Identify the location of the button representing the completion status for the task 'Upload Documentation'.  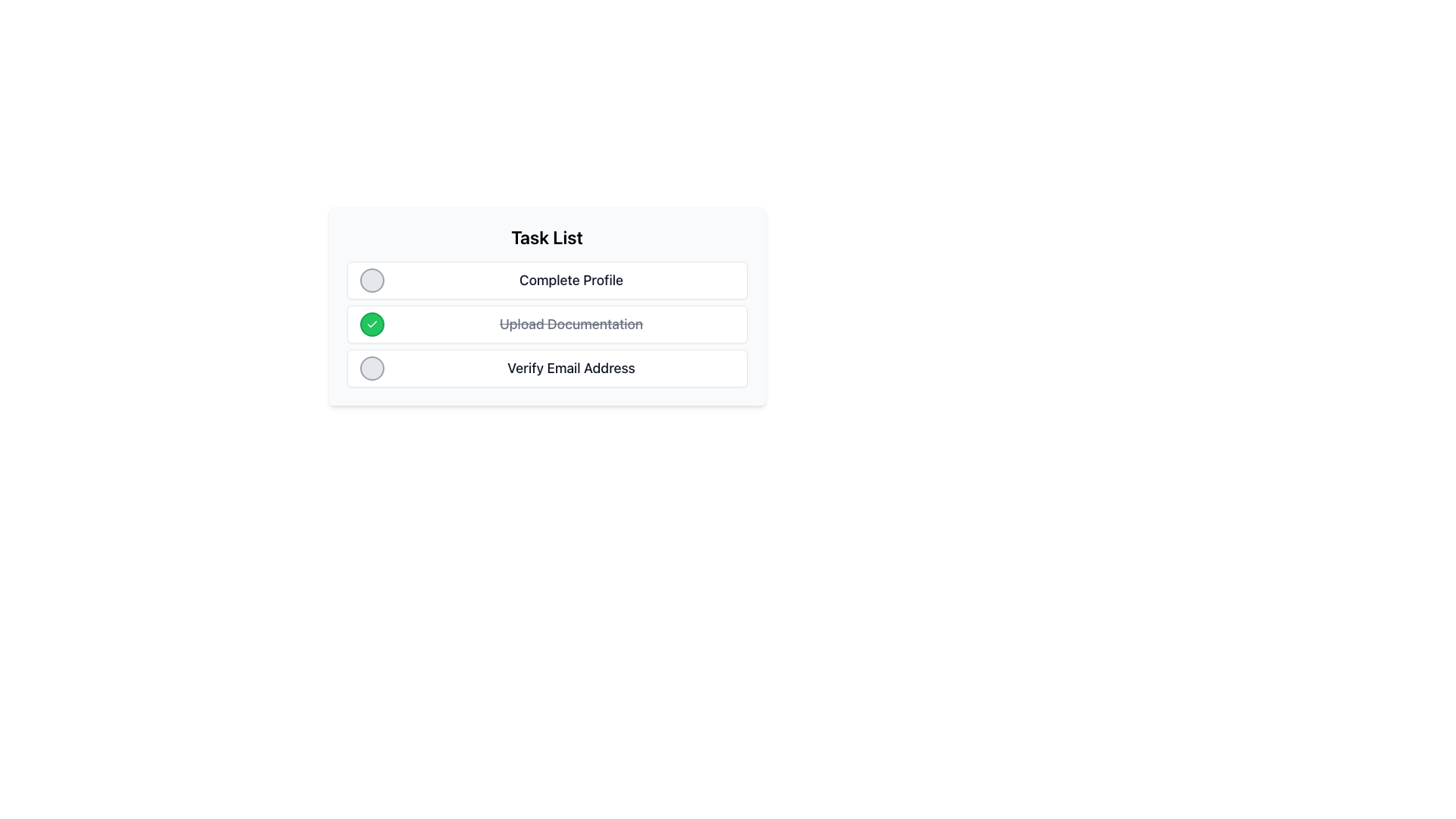
(372, 324).